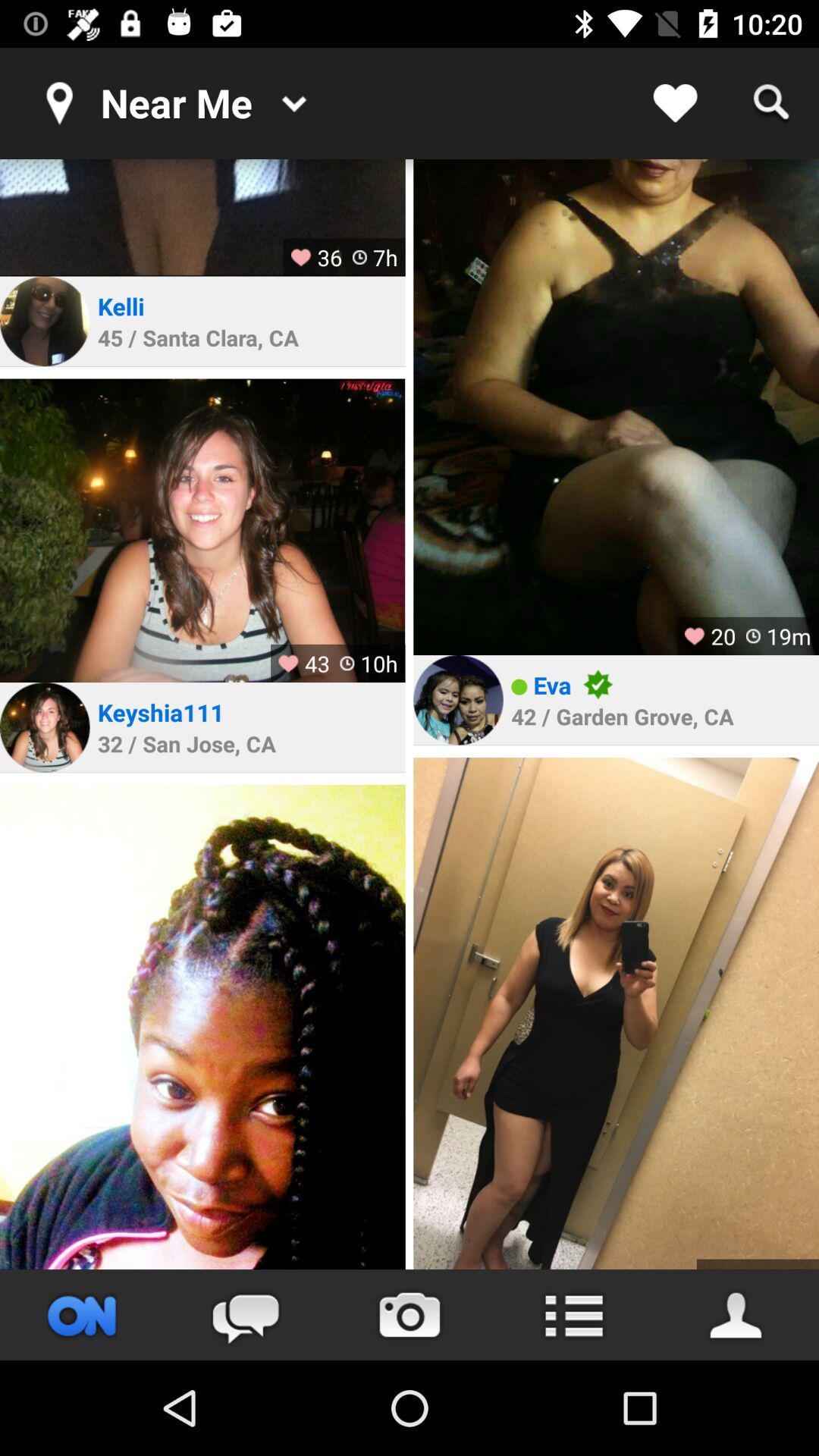  What do you see at coordinates (44, 726) in the screenshot?
I see `profile` at bounding box center [44, 726].